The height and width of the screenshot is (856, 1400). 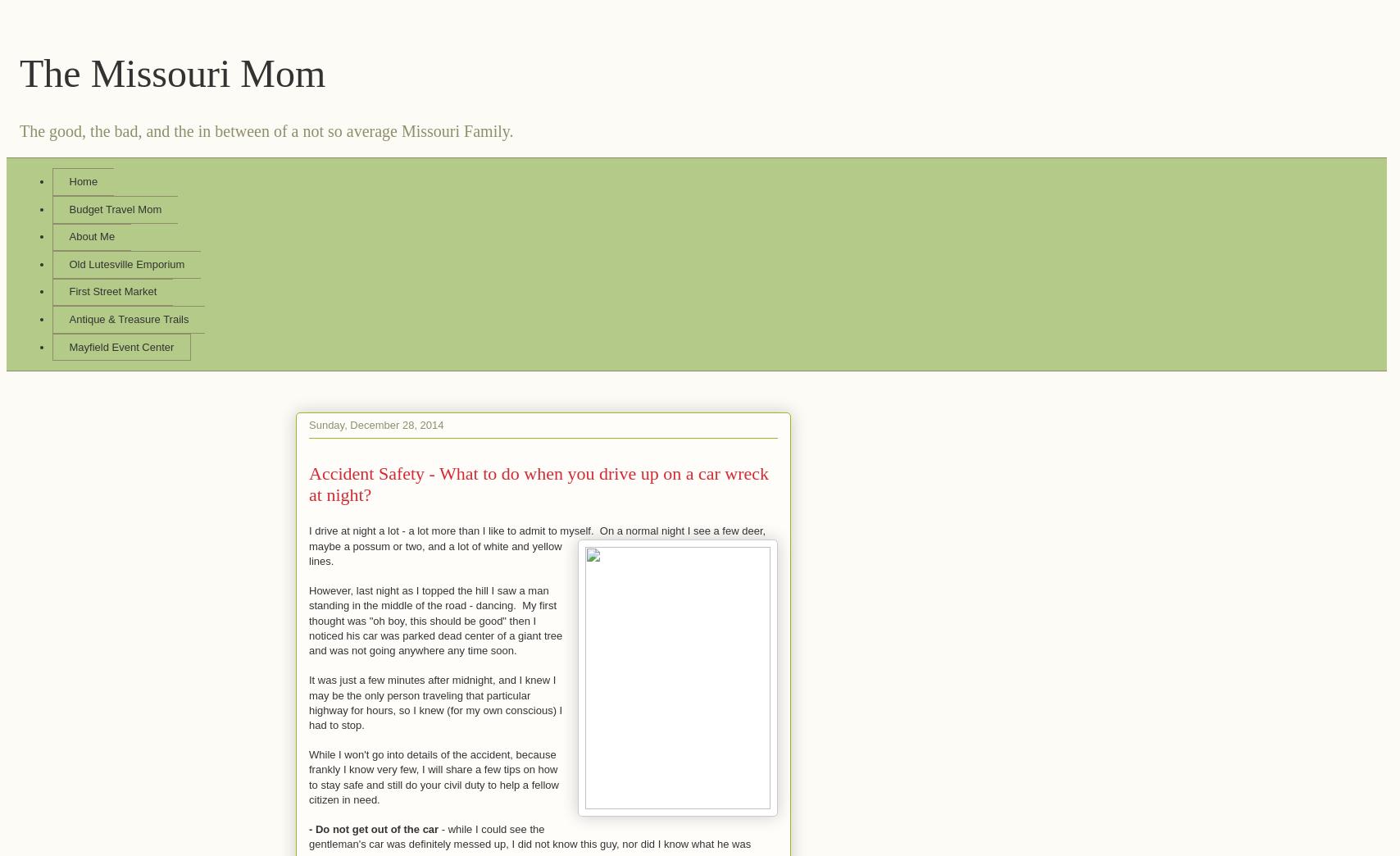 What do you see at coordinates (308, 702) in the screenshot?
I see `'It was just a few minutes after midnight, and I knew I may be the only person traveling that particular highway for hours, so I knew (for my own conscious) I had to stop.'` at bounding box center [308, 702].